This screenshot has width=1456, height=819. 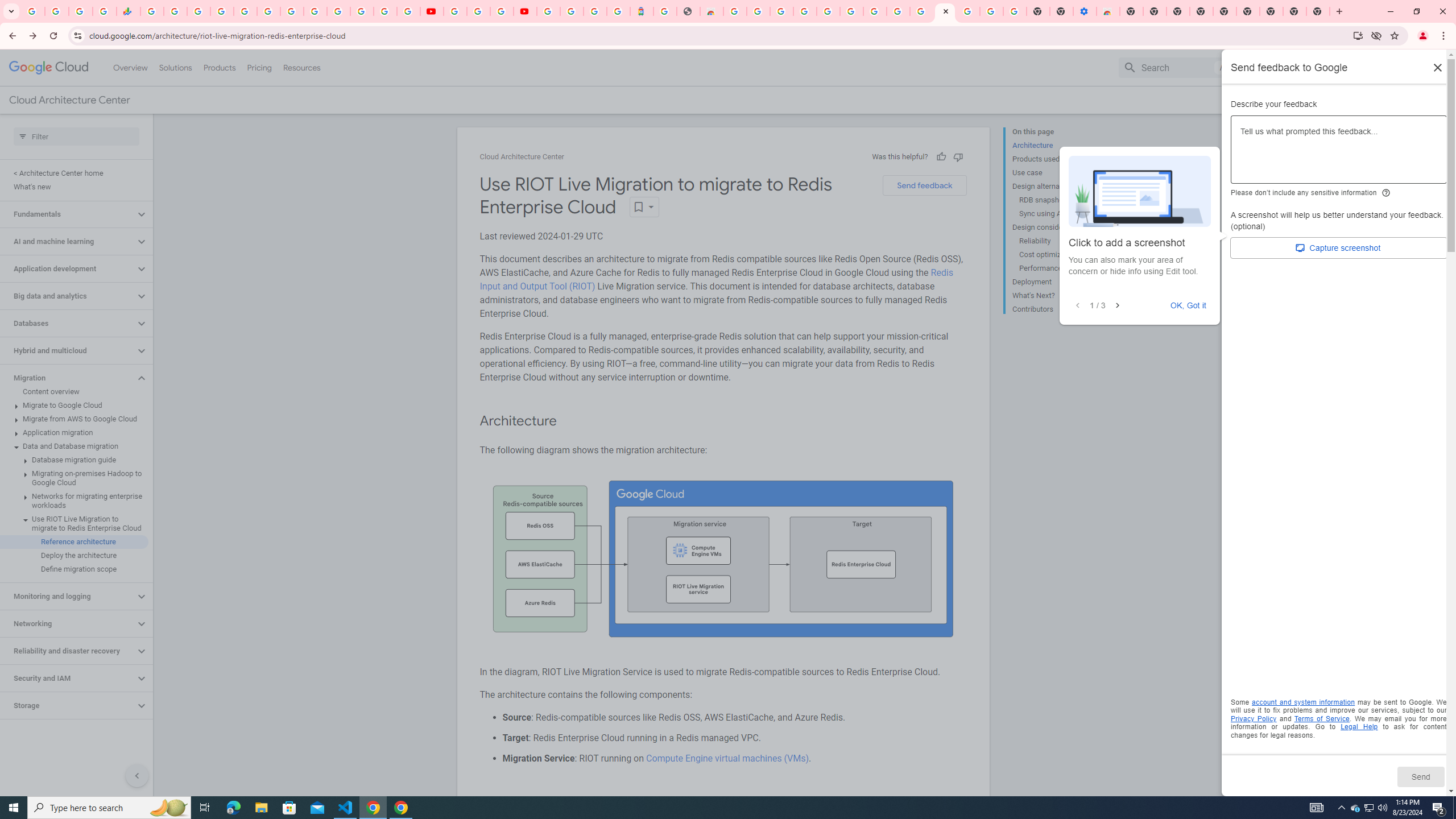 What do you see at coordinates (992, 11) in the screenshot?
I see `'Google Account Help'` at bounding box center [992, 11].